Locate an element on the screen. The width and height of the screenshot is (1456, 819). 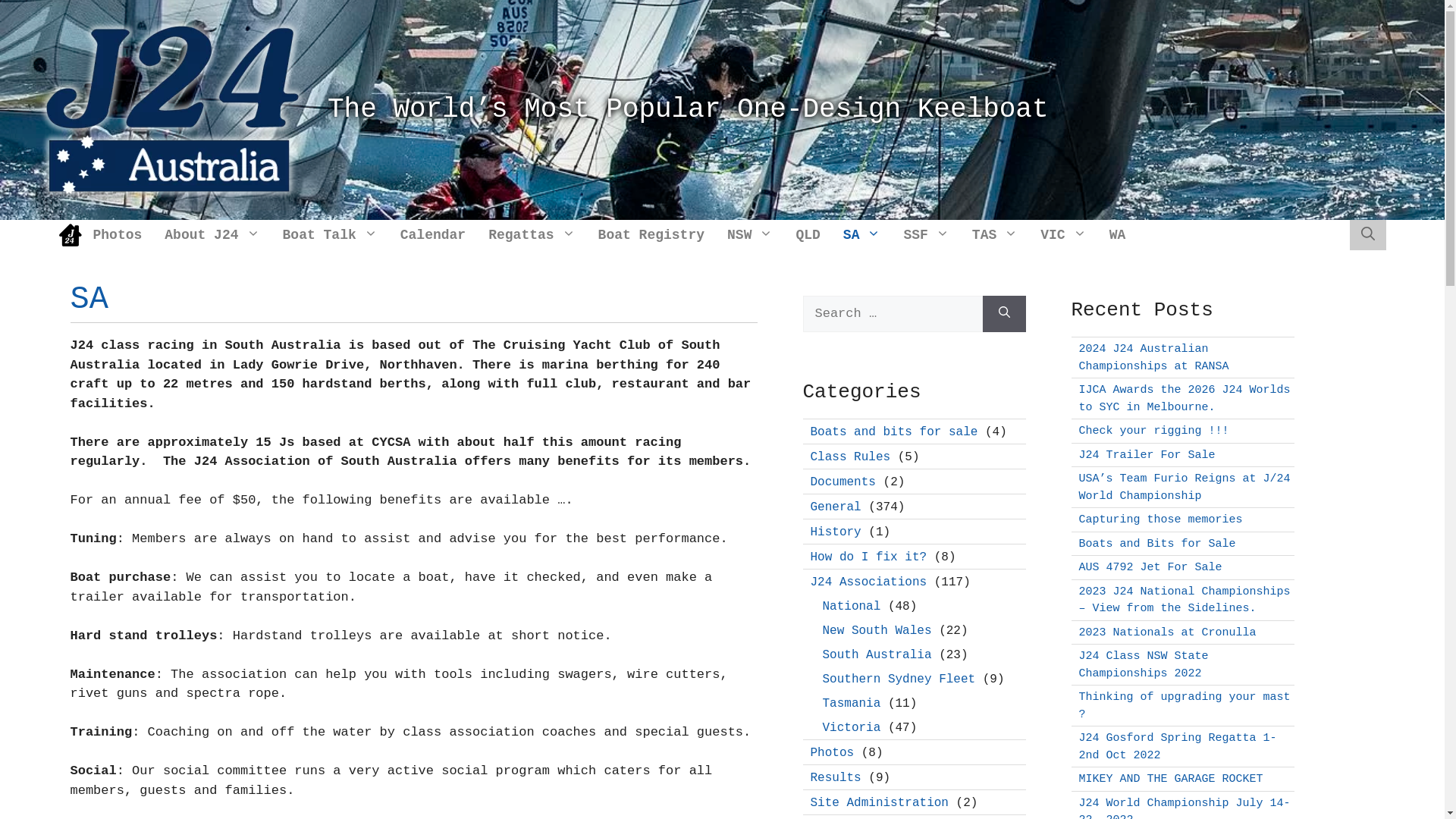
'WA' is located at coordinates (1117, 234).